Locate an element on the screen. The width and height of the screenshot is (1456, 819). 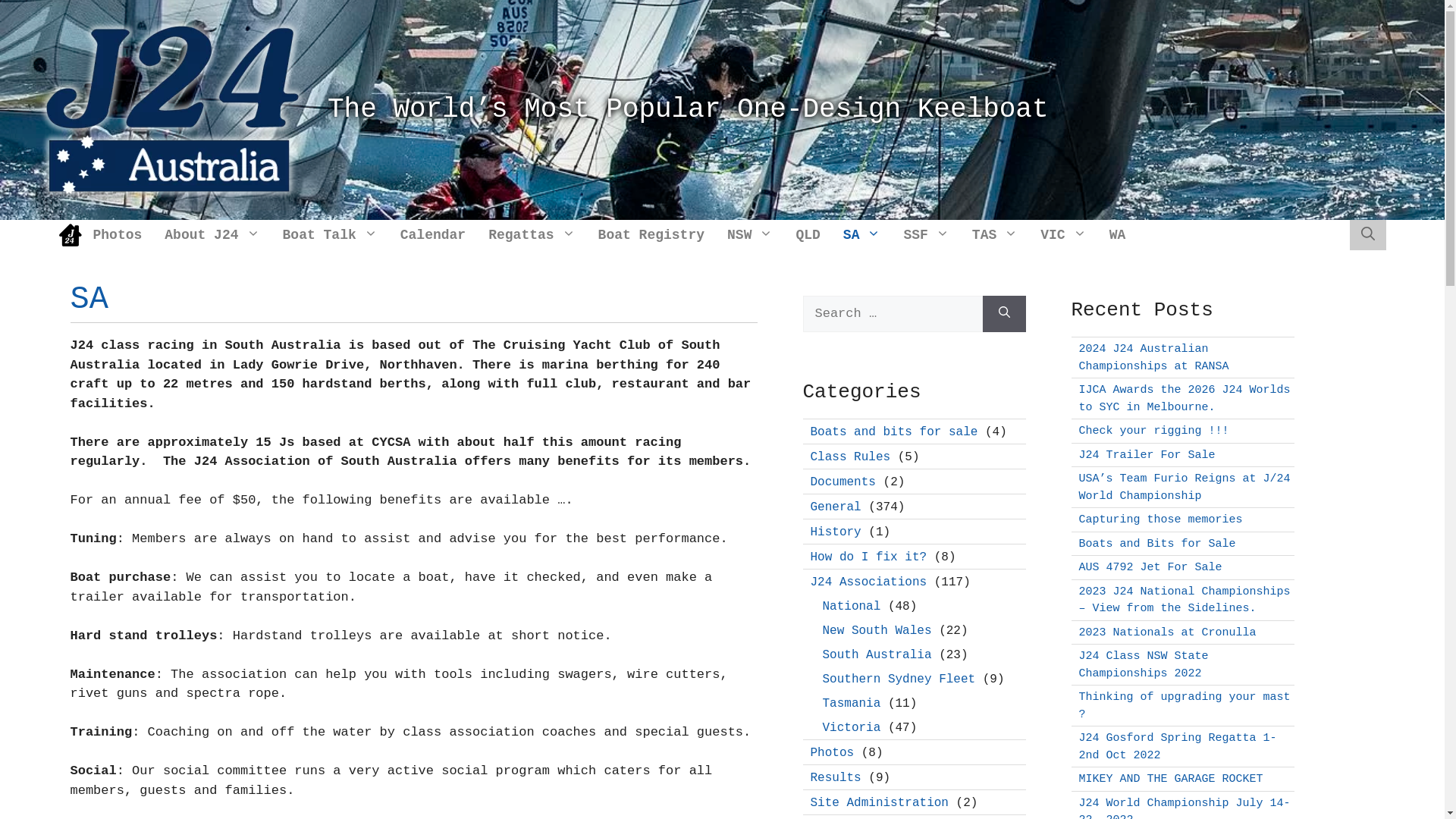
'WA' is located at coordinates (1117, 234).